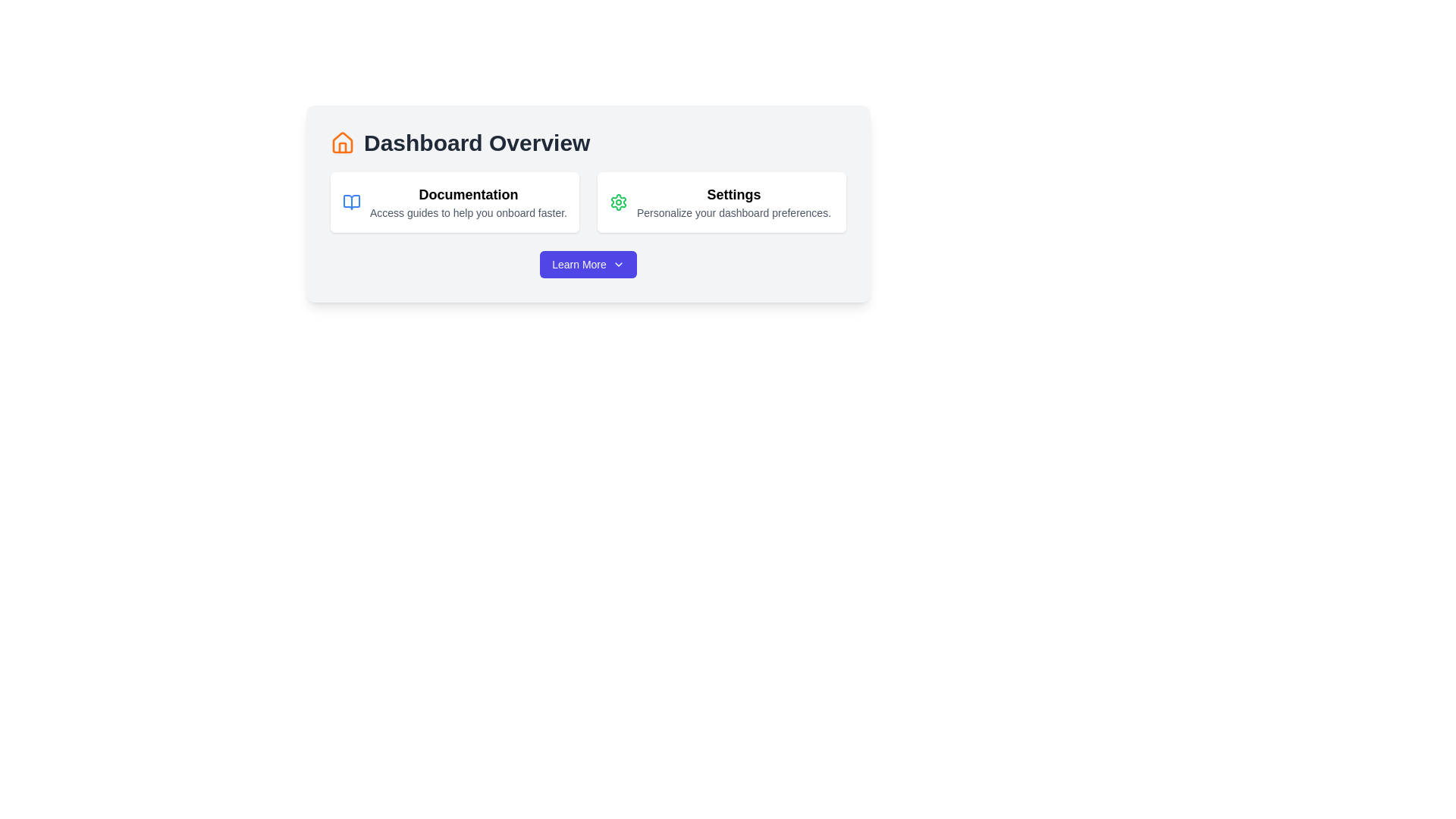  I want to click on properties of the vertical rectangle that resembles the roof structure of the house icon, which is located within the orange outline of the house icon to the left of the 'Dashboard Overview' heading, so click(341, 148).